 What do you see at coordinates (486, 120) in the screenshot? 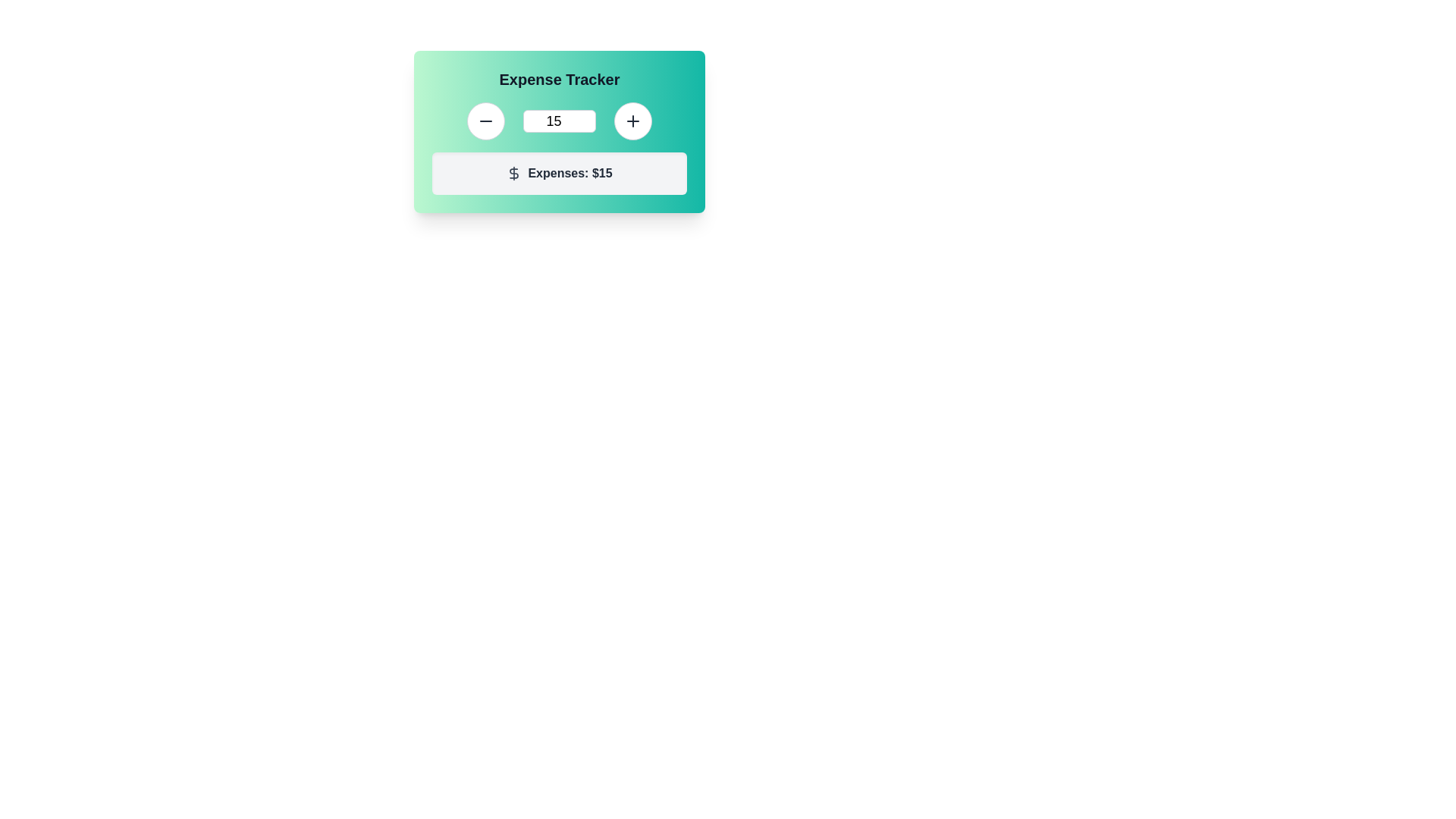
I see `the decrease value button in the Expense Tracker interface to trigger the hover effect` at bounding box center [486, 120].